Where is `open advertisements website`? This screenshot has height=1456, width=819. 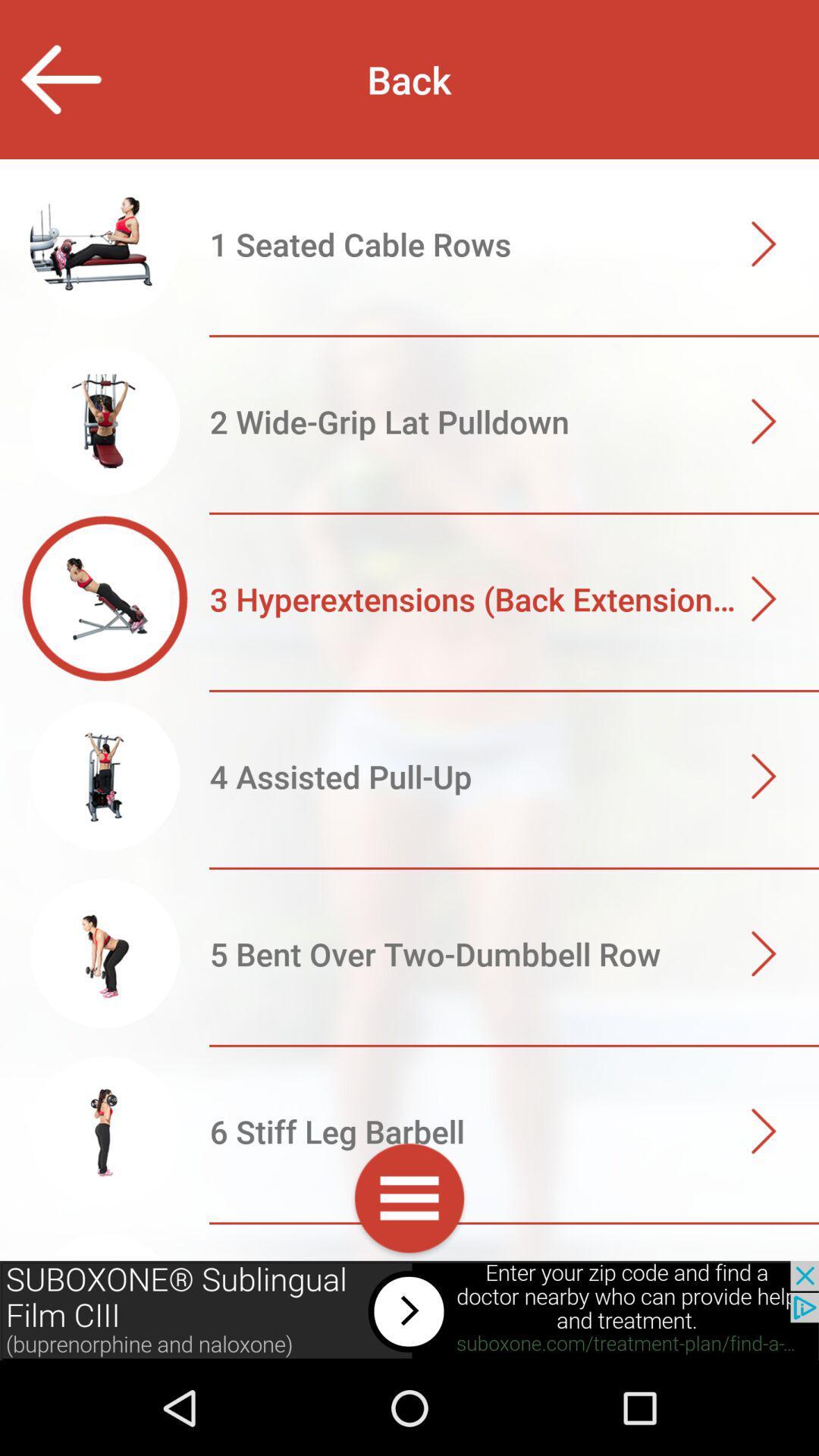
open advertisements website is located at coordinates (409, 1310).